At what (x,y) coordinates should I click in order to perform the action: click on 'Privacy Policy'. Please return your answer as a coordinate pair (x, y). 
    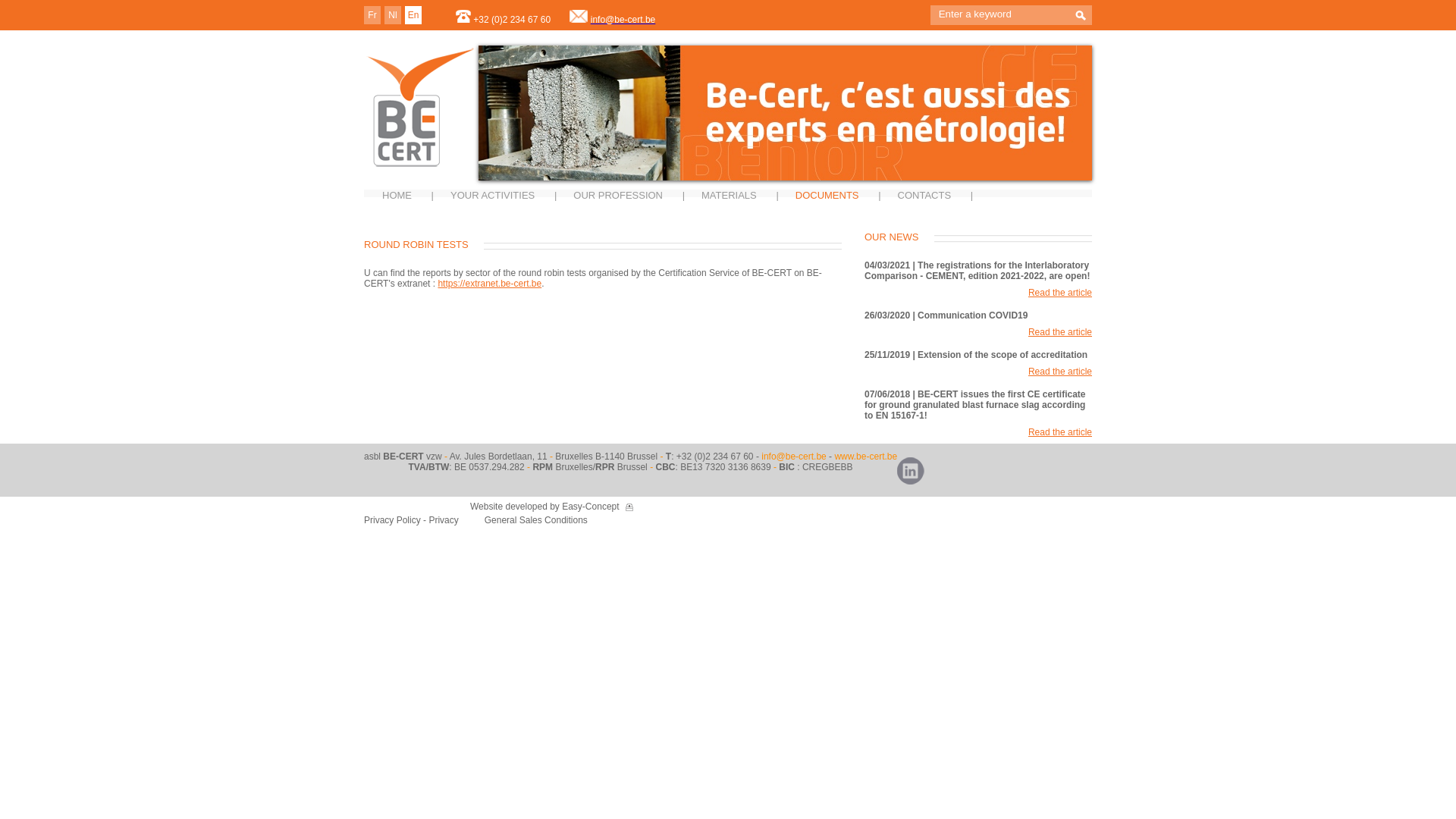
    Looking at the image, I should click on (393, 519).